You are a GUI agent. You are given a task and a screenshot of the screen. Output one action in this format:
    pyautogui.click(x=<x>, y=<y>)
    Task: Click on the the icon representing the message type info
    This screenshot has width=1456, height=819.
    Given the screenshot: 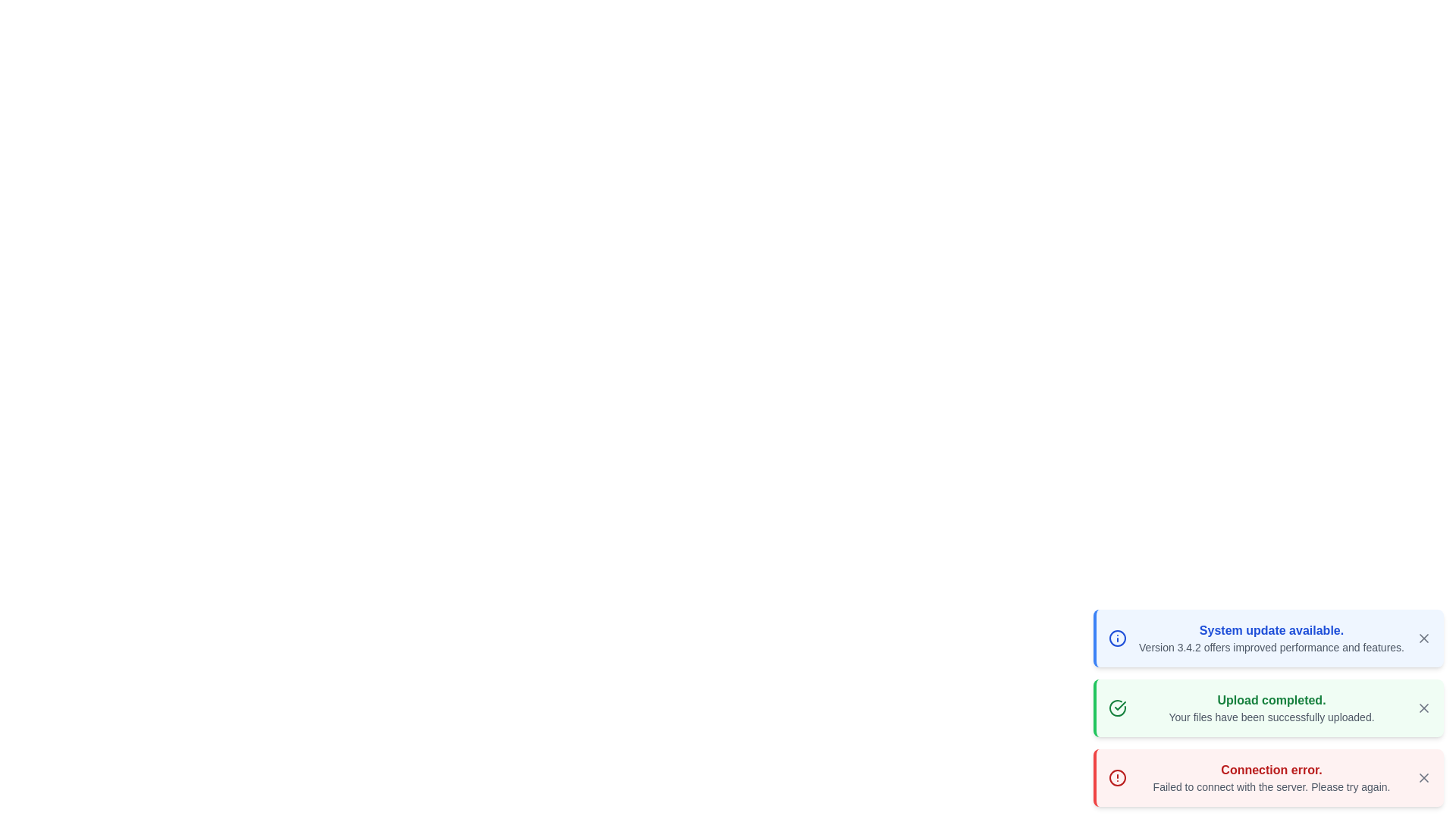 What is the action you would take?
    pyautogui.click(x=1117, y=638)
    